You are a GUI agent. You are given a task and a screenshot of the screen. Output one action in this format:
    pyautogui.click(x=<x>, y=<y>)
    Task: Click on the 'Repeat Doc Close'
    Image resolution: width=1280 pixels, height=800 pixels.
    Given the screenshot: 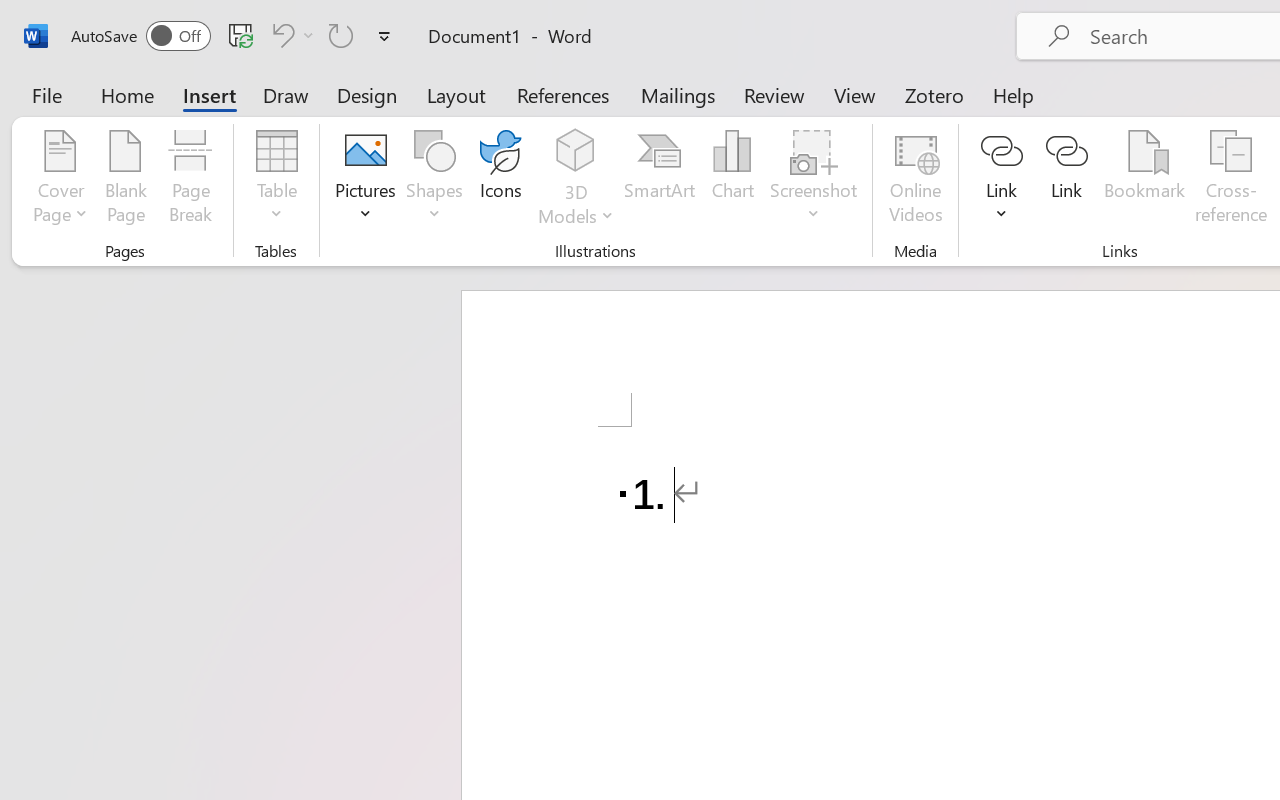 What is the action you would take?
    pyautogui.click(x=341, y=34)
    